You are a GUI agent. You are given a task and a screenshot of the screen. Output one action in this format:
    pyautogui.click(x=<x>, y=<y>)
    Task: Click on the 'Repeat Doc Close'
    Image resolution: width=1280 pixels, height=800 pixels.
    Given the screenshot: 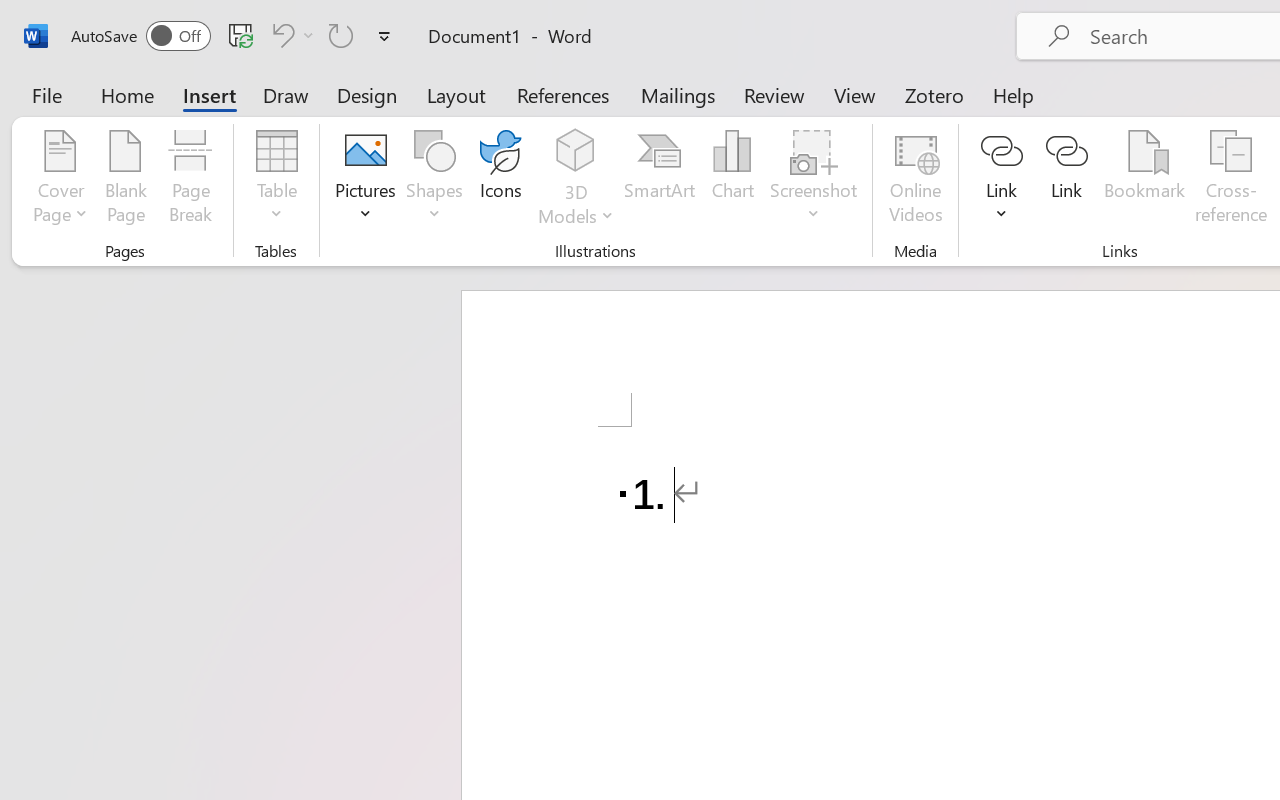 What is the action you would take?
    pyautogui.click(x=341, y=34)
    